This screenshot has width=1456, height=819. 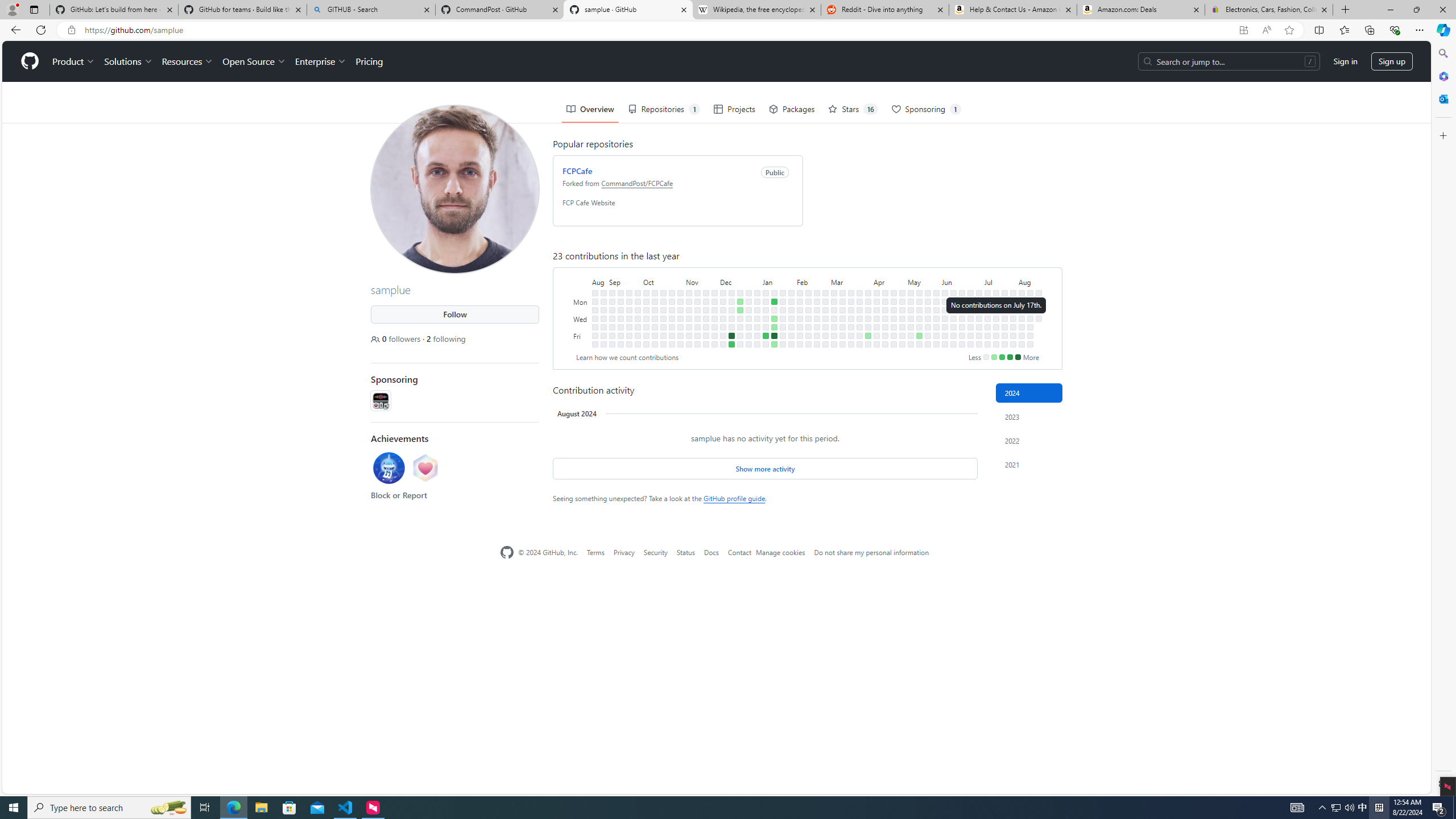 I want to click on 'No contributions on February 1st.', so click(x=791, y=326).